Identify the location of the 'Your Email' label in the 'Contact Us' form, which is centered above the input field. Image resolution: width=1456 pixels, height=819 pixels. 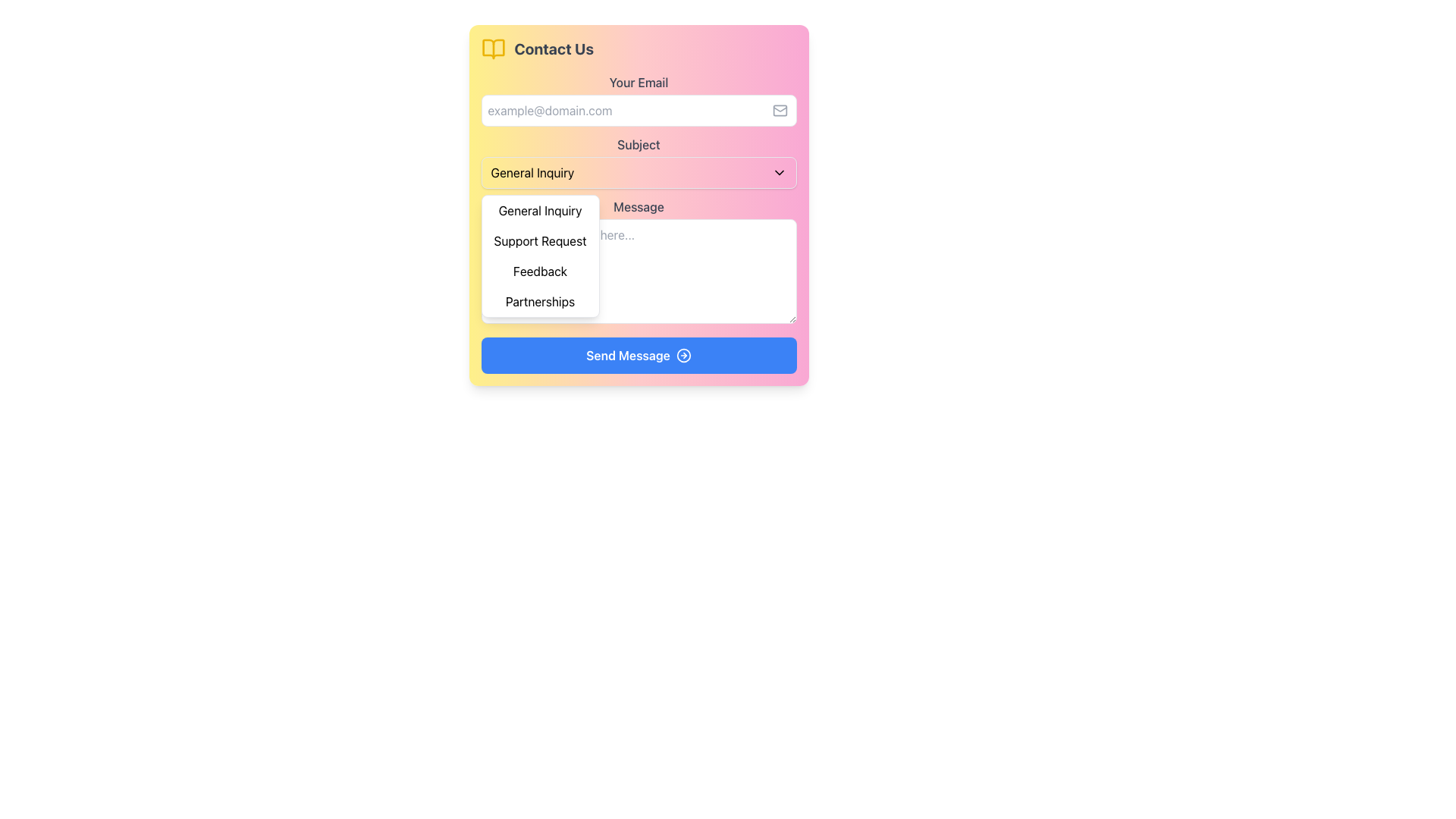
(639, 99).